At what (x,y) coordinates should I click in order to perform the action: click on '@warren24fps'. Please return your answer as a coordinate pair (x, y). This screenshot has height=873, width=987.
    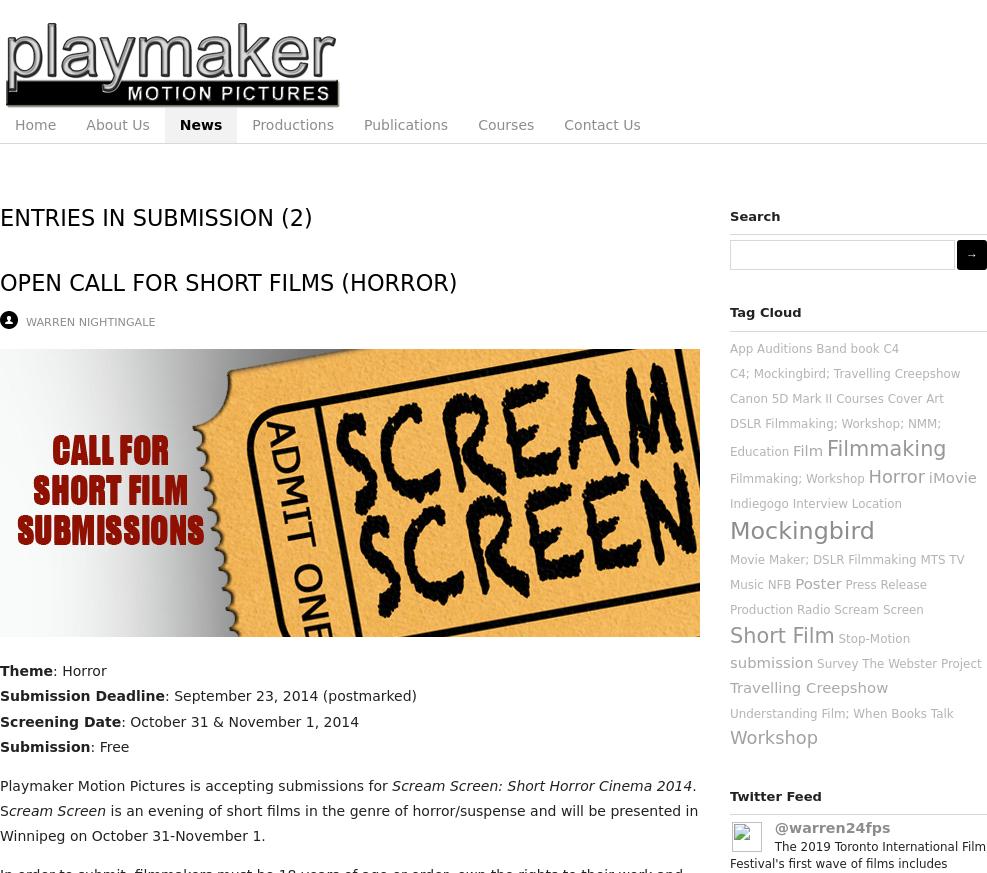
    Looking at the image, I should click on (832, 826).